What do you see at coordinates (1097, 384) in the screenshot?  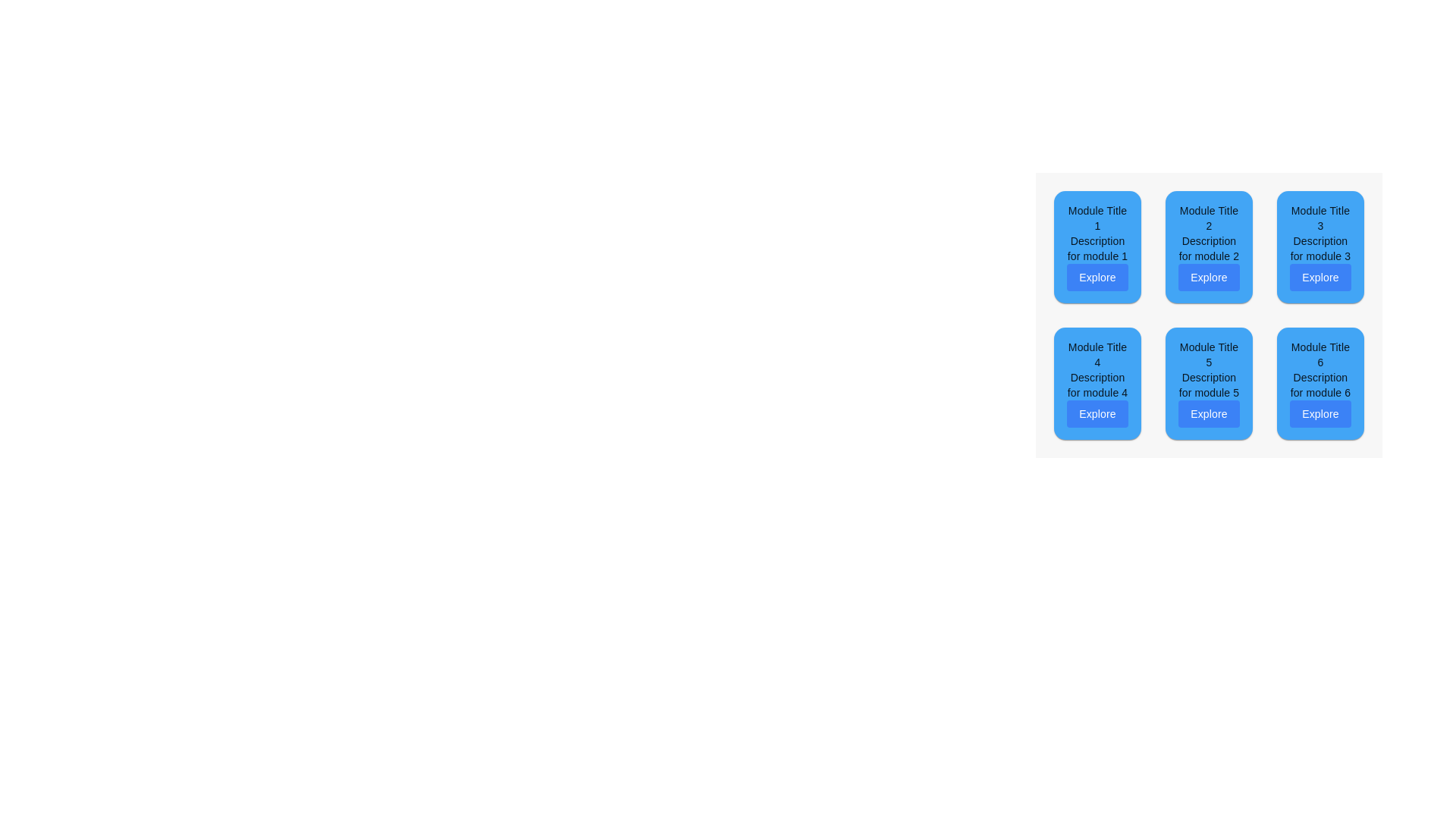 I see `the text label displaying 'Description for module 4', which is centered within the blue background of the module card labeled 'Module Title 4'` at bounding box center [1097, 384].